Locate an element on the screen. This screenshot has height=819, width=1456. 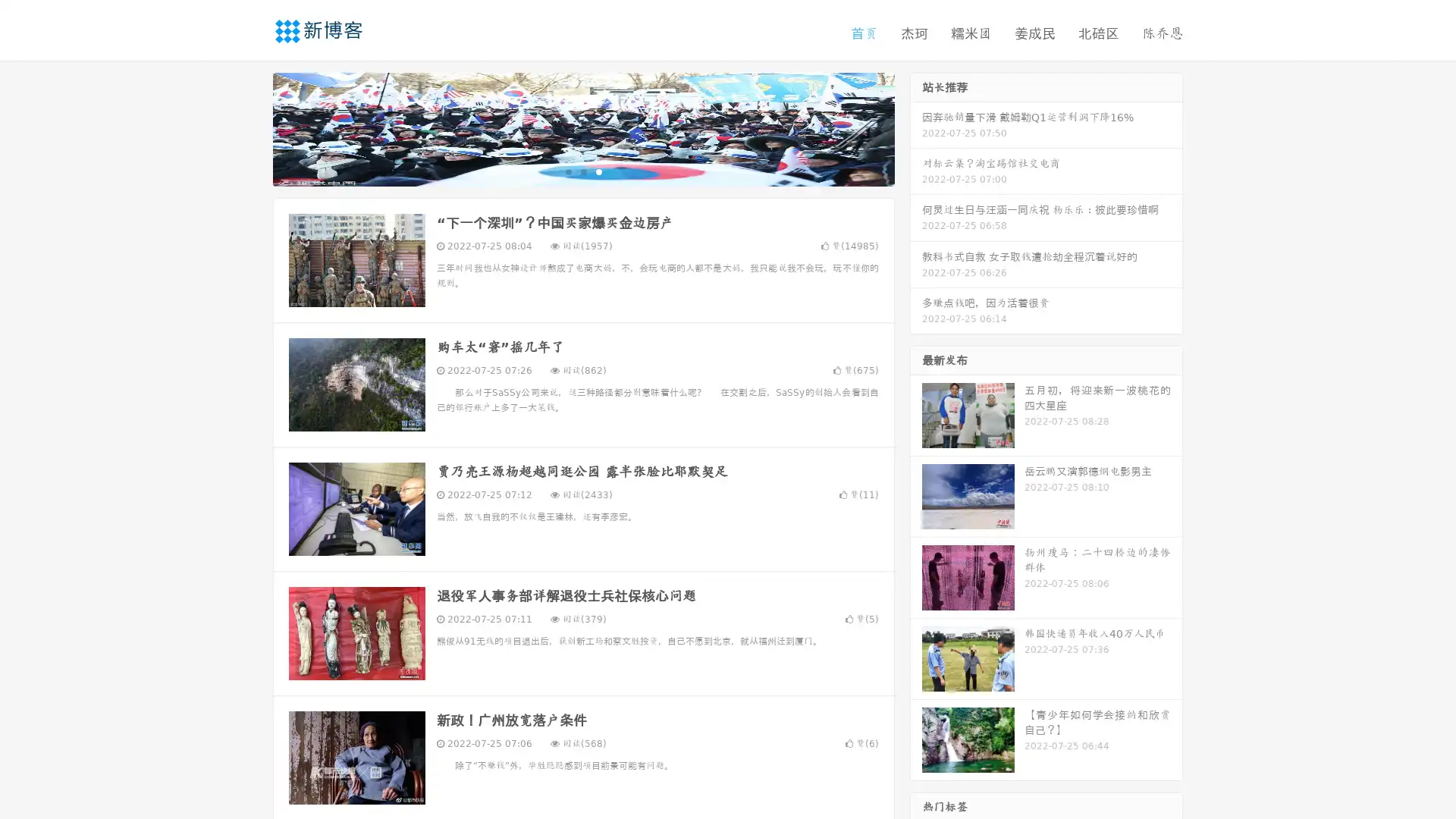
Go to slide 2 is located at coordinates (582, 171).